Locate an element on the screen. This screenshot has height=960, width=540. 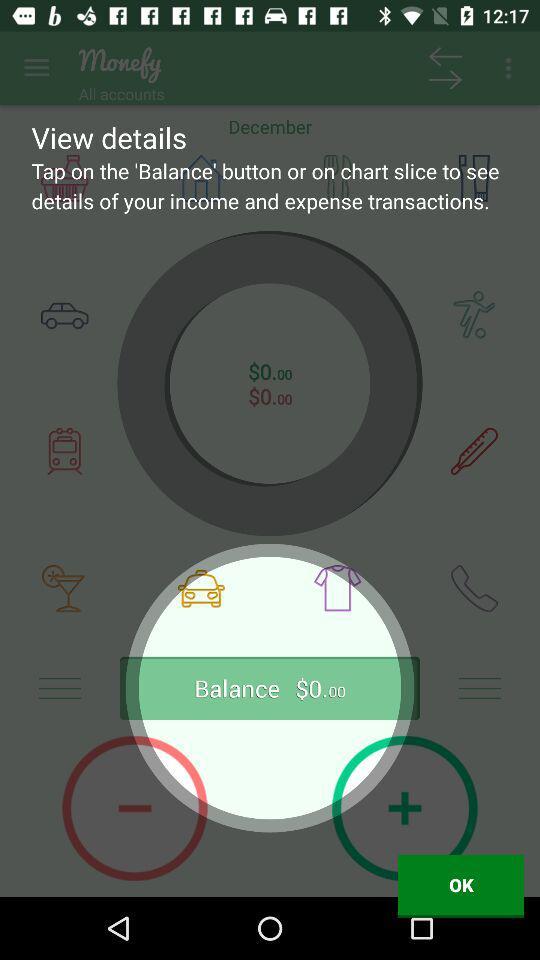
the menu icon is located at coordinates (479, 688).